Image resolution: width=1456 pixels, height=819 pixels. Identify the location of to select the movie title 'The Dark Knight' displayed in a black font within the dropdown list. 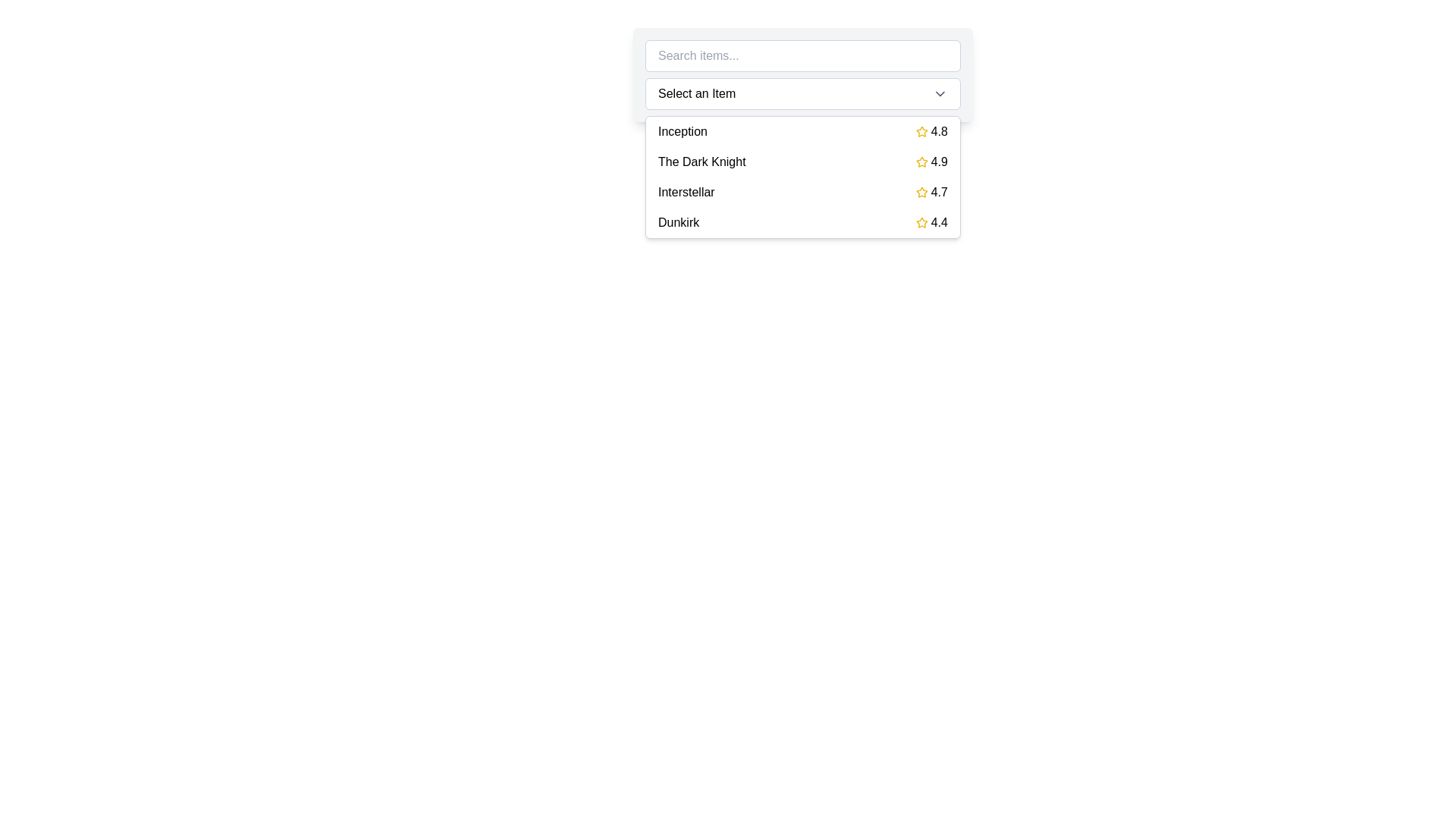
(701, 162).